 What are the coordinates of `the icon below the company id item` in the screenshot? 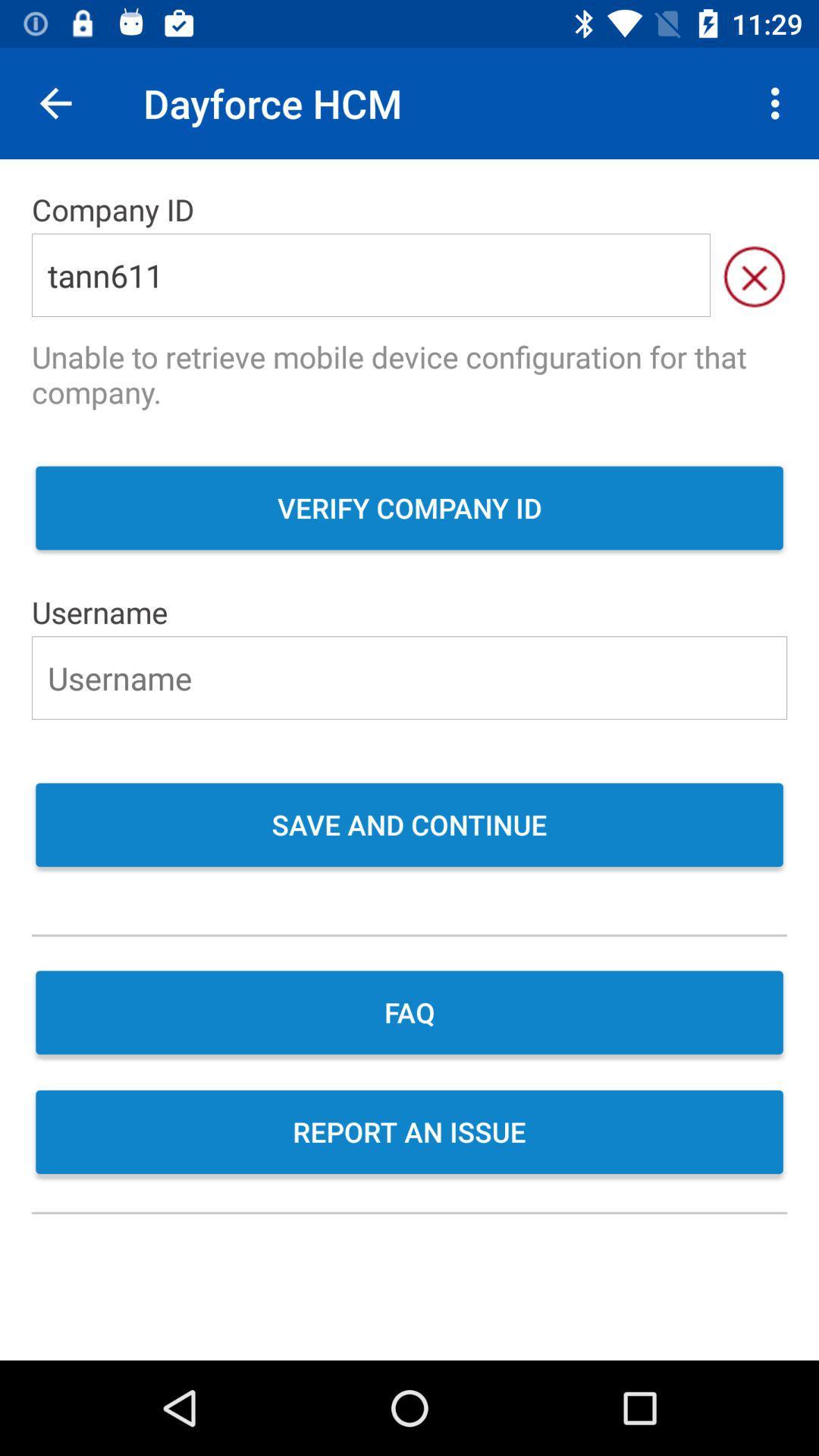 It's located at (754, 275).